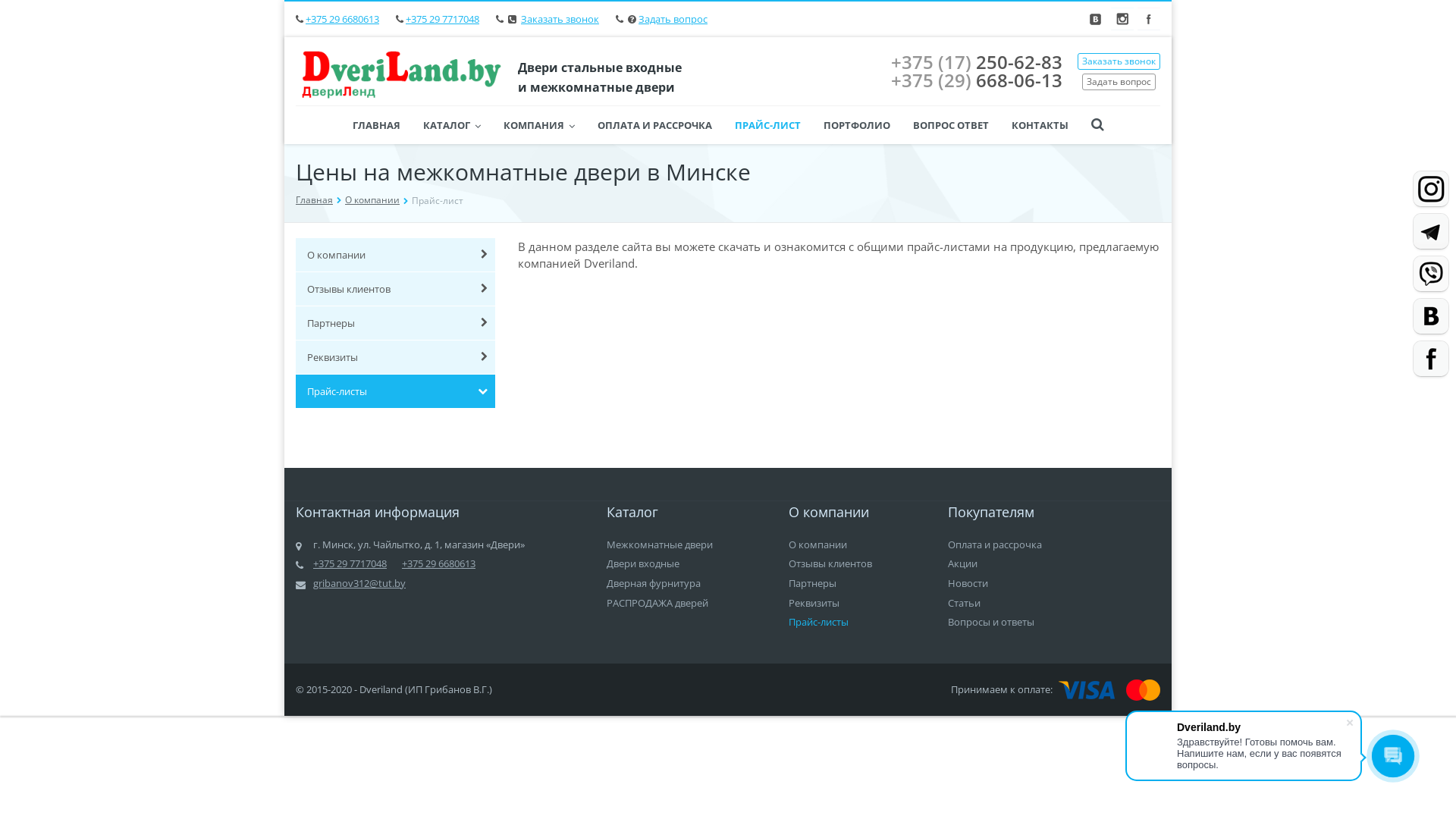 The height and width of the screenshot is (819, 1456). What do you see at coordinates (441, 18) in the screenshot?
I see `'+375 29 7717048'` at bounding box center [441, 18].